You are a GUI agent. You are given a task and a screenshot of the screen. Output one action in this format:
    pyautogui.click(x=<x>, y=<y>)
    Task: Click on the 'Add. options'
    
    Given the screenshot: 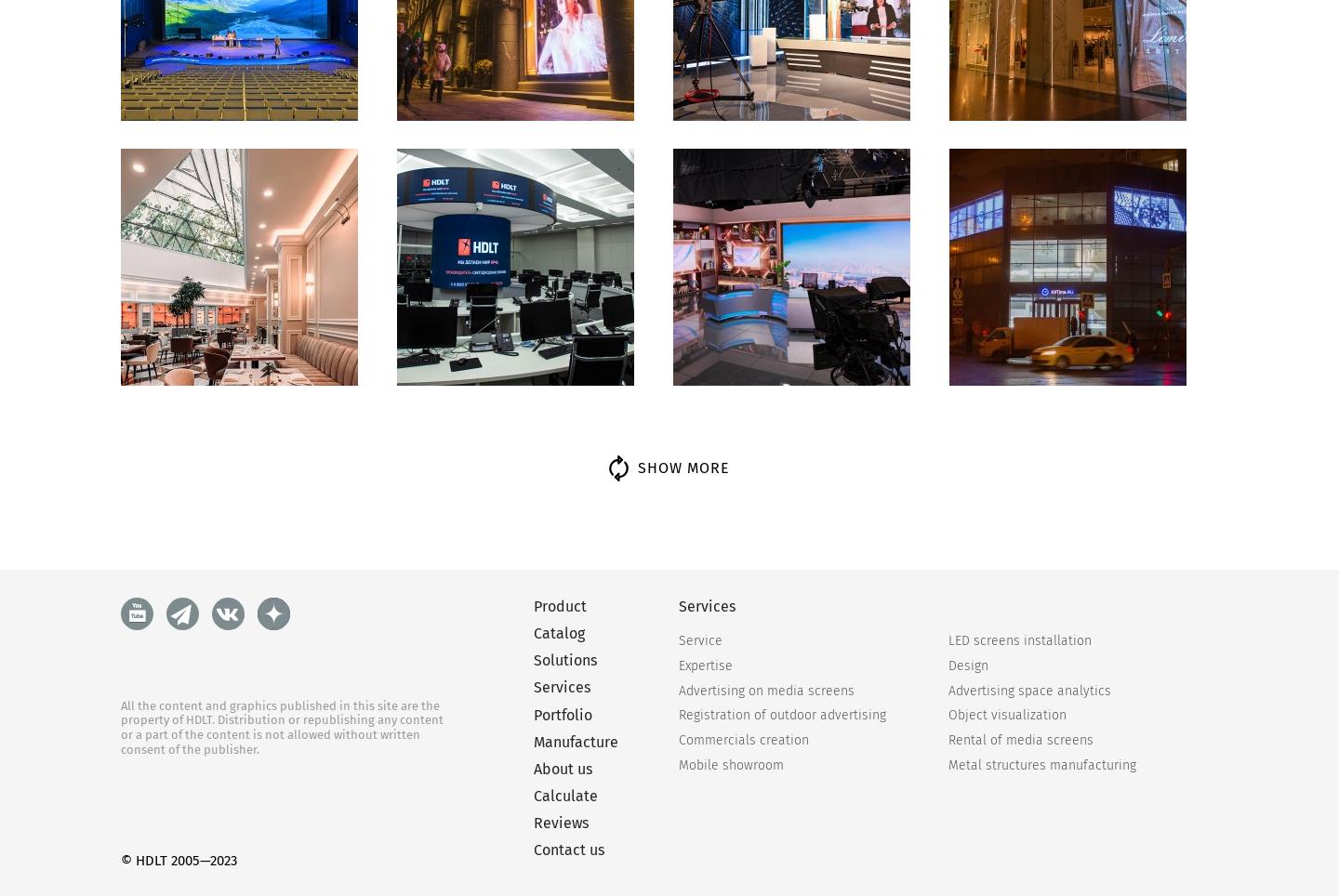 What is the action you would take?
    pyautogui.click(x=1080, y=748)
    